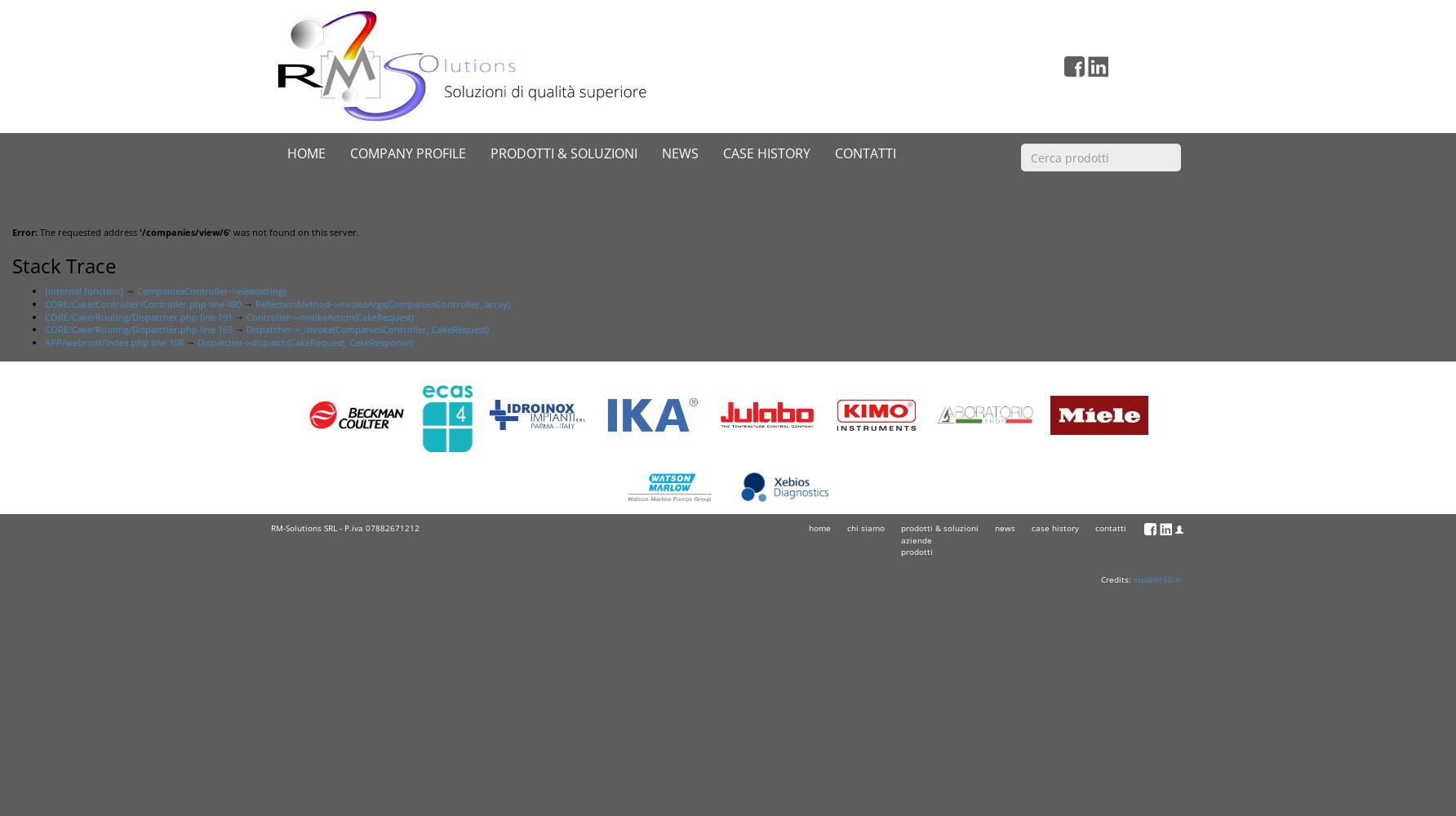 This screenshot has width=1456, height=816. I want to click on 'CORE/Cake/Routing/Dispatcher.php line 191', so click(138, 316).